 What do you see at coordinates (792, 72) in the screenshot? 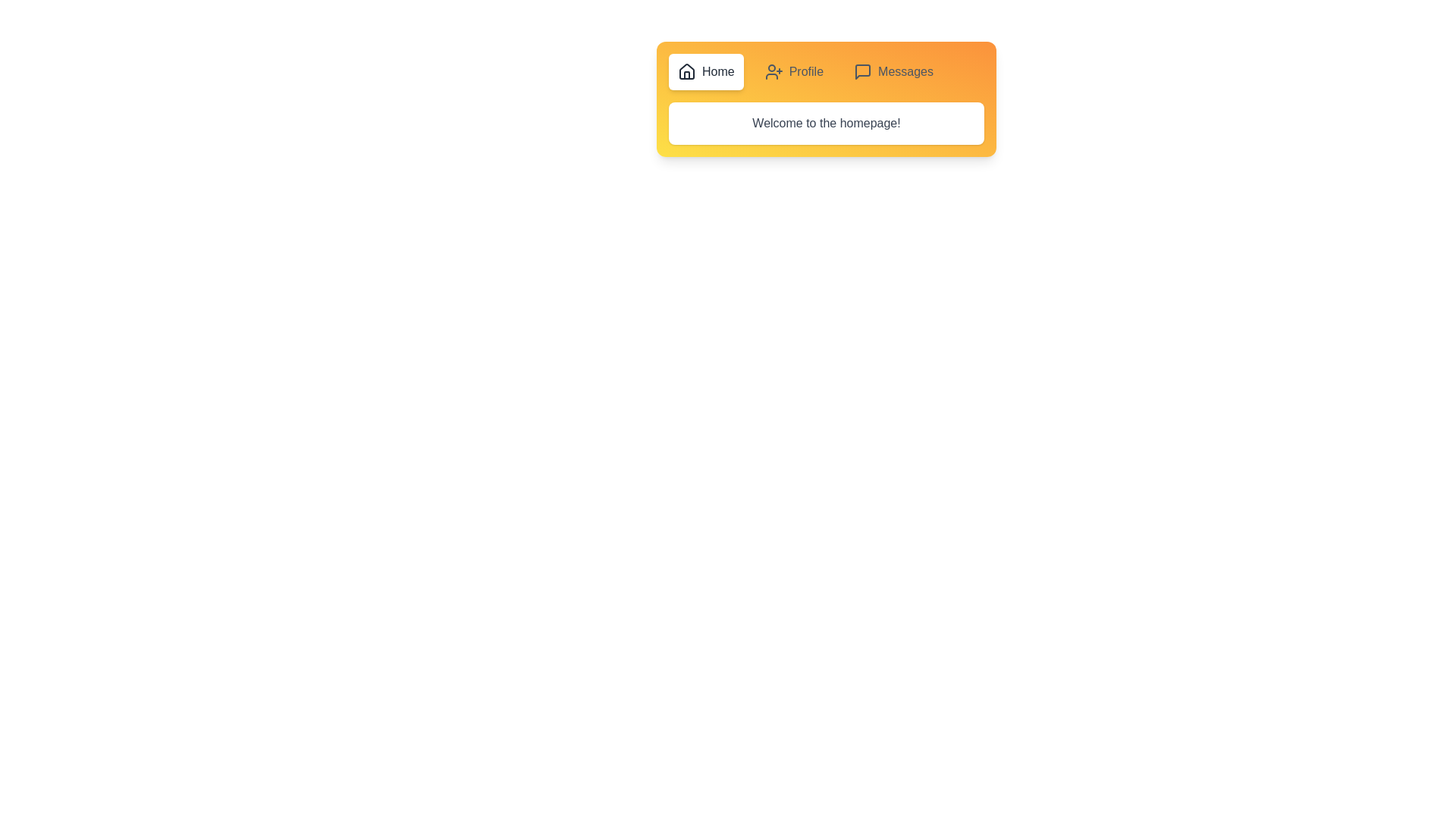
I see `the Profile tab by clicking on its respective button` at bounding box center [792, 72].